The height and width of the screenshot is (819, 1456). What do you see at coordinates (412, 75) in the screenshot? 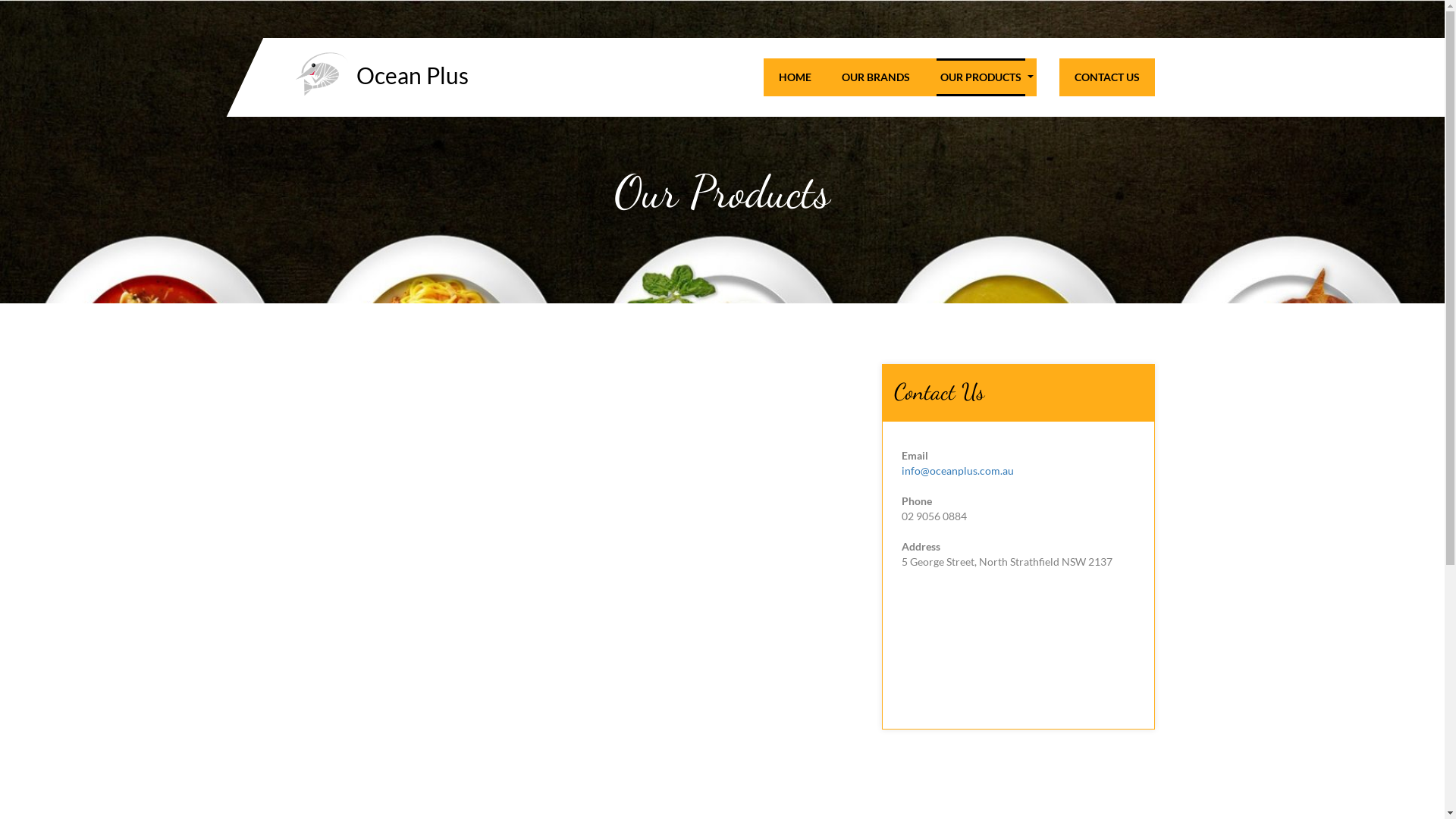
I see `'Ocean Plus'` at bounding box center [412, 75].